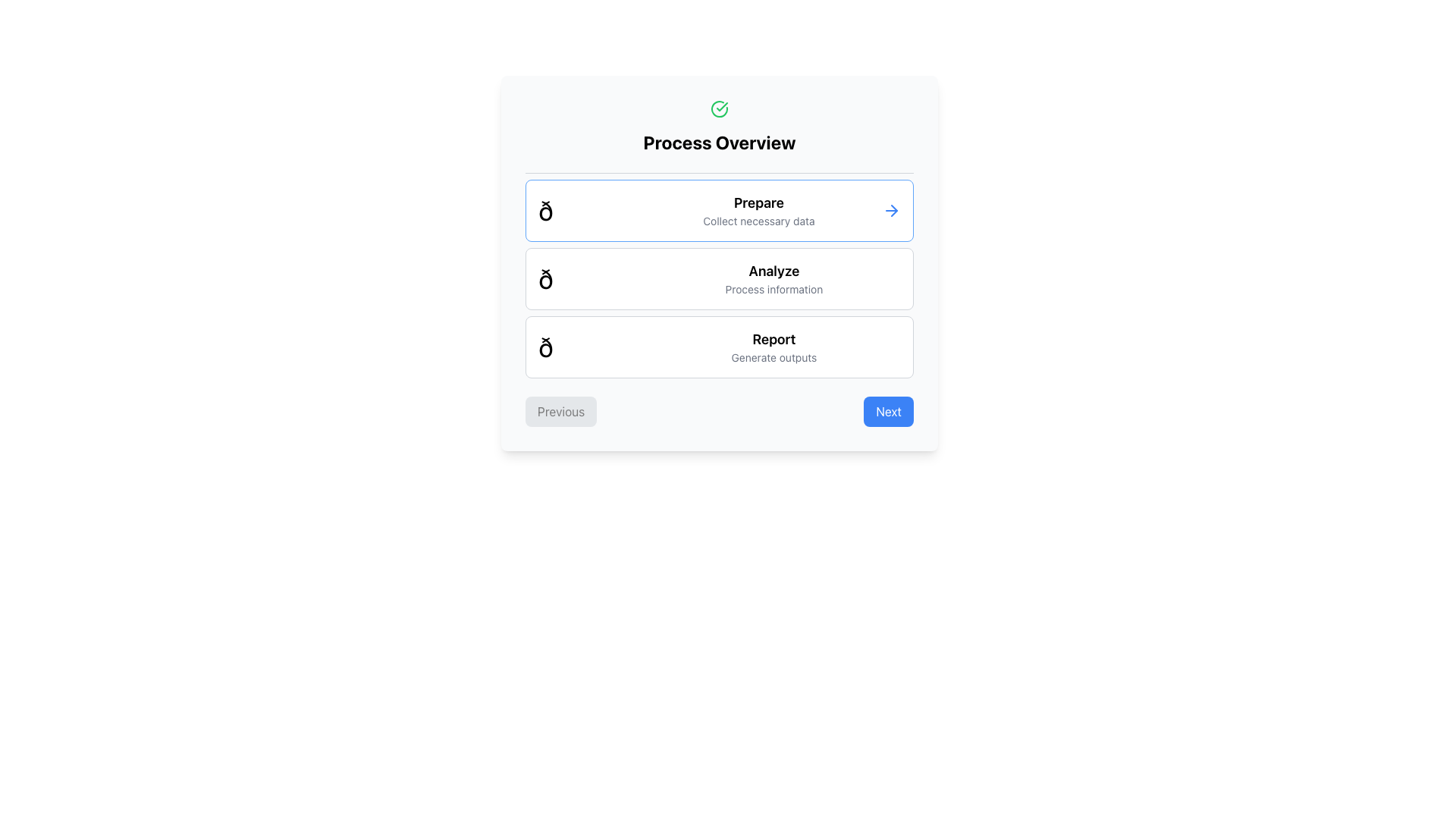 This screenshot has width=1456, height=819. Describe the element at coordinates (894, 210) in the screenshot. I see `the blue arrow-shaped vector graphic icon positioned to the right of the 'Prepare' text in the first item of the vertical list of options` at that location.